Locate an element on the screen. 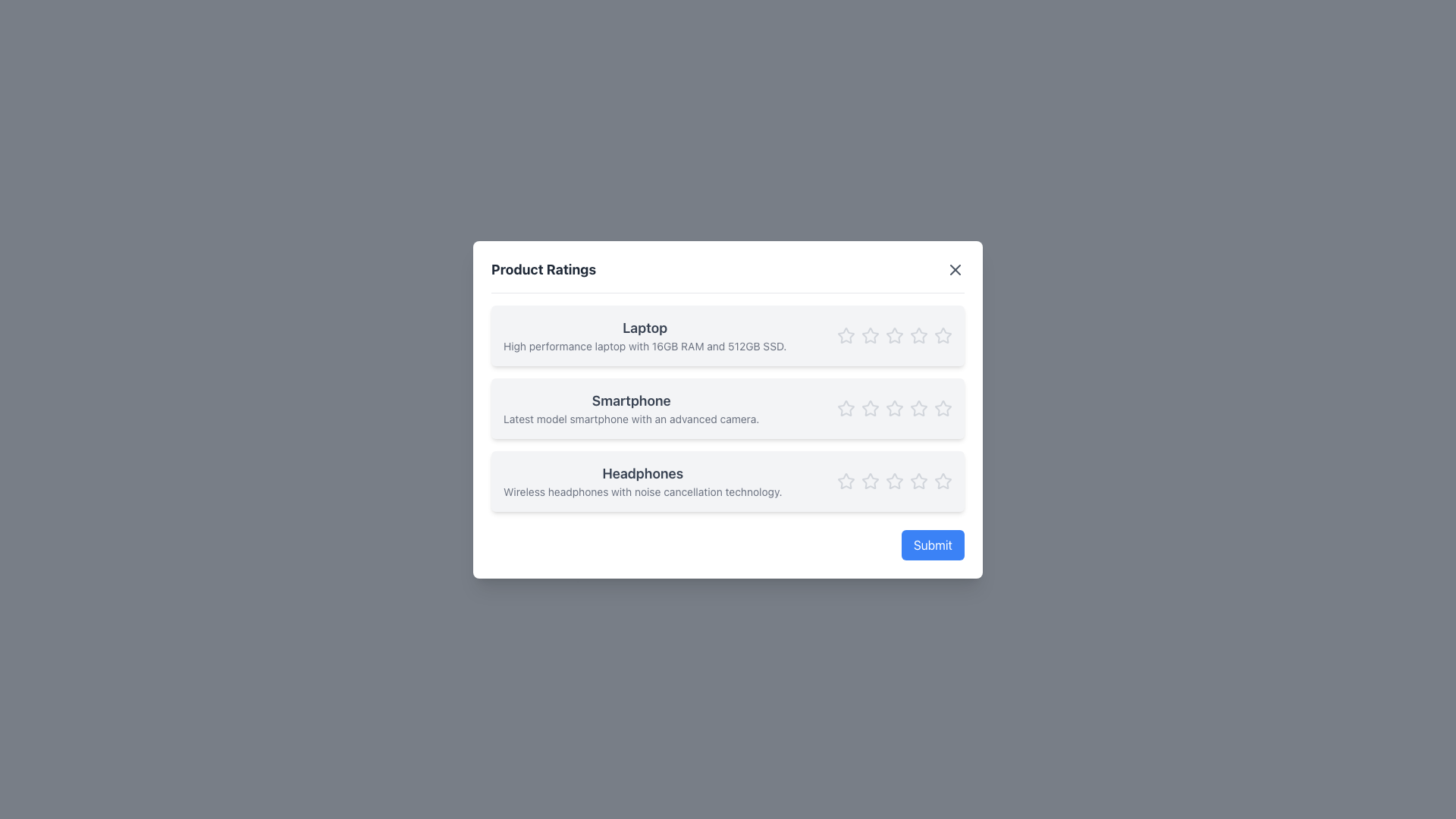 The height and width of the screenshot is (819, 1456). the text block that describes the product 'Headphones' with features of being wireless and noise cancellation, located under the 'Product Ratings' section is located at coordinates (642, 481).